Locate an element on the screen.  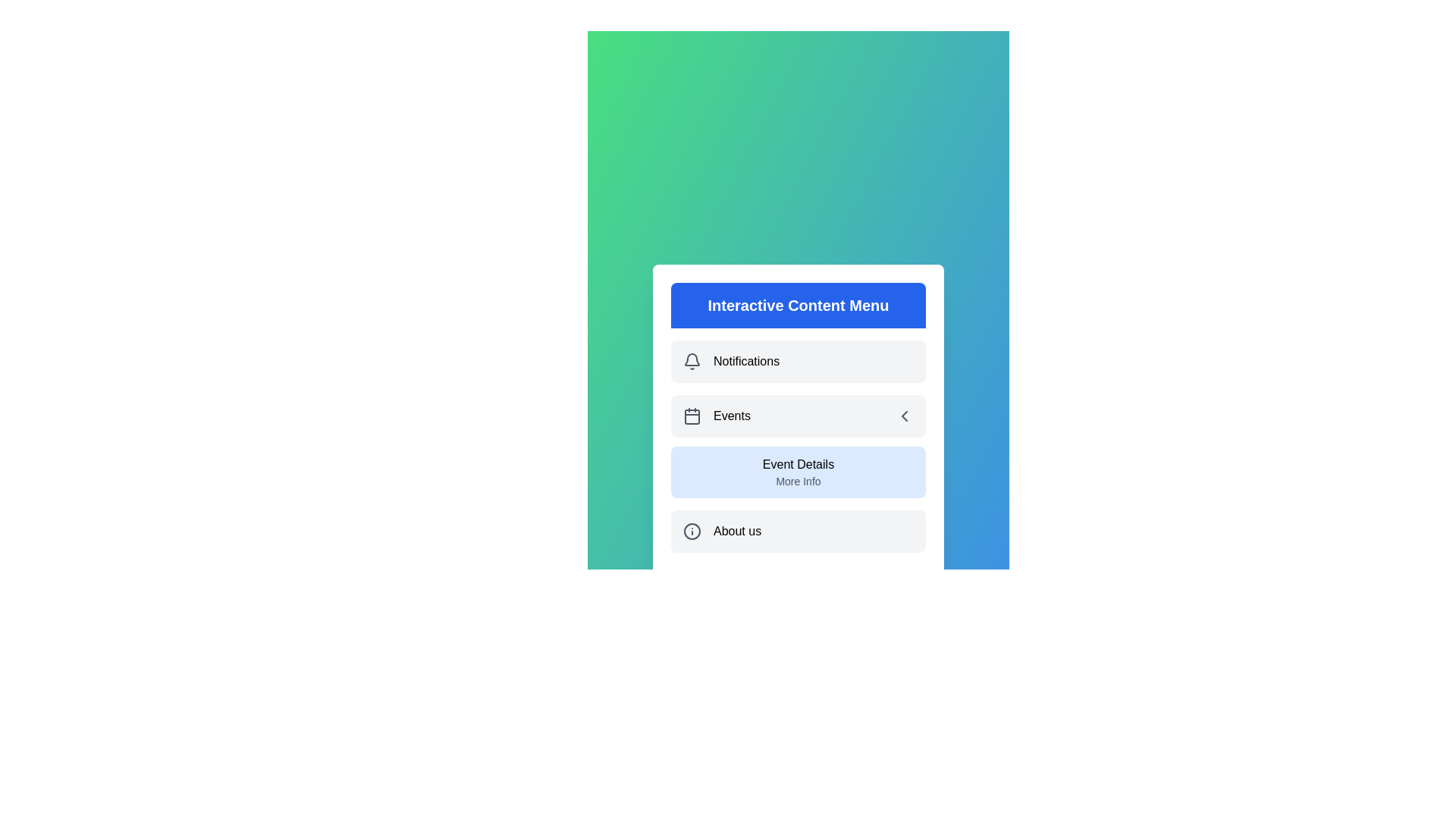
the submenu option Event Details under 'Events' is located at coordinates (797, 464).